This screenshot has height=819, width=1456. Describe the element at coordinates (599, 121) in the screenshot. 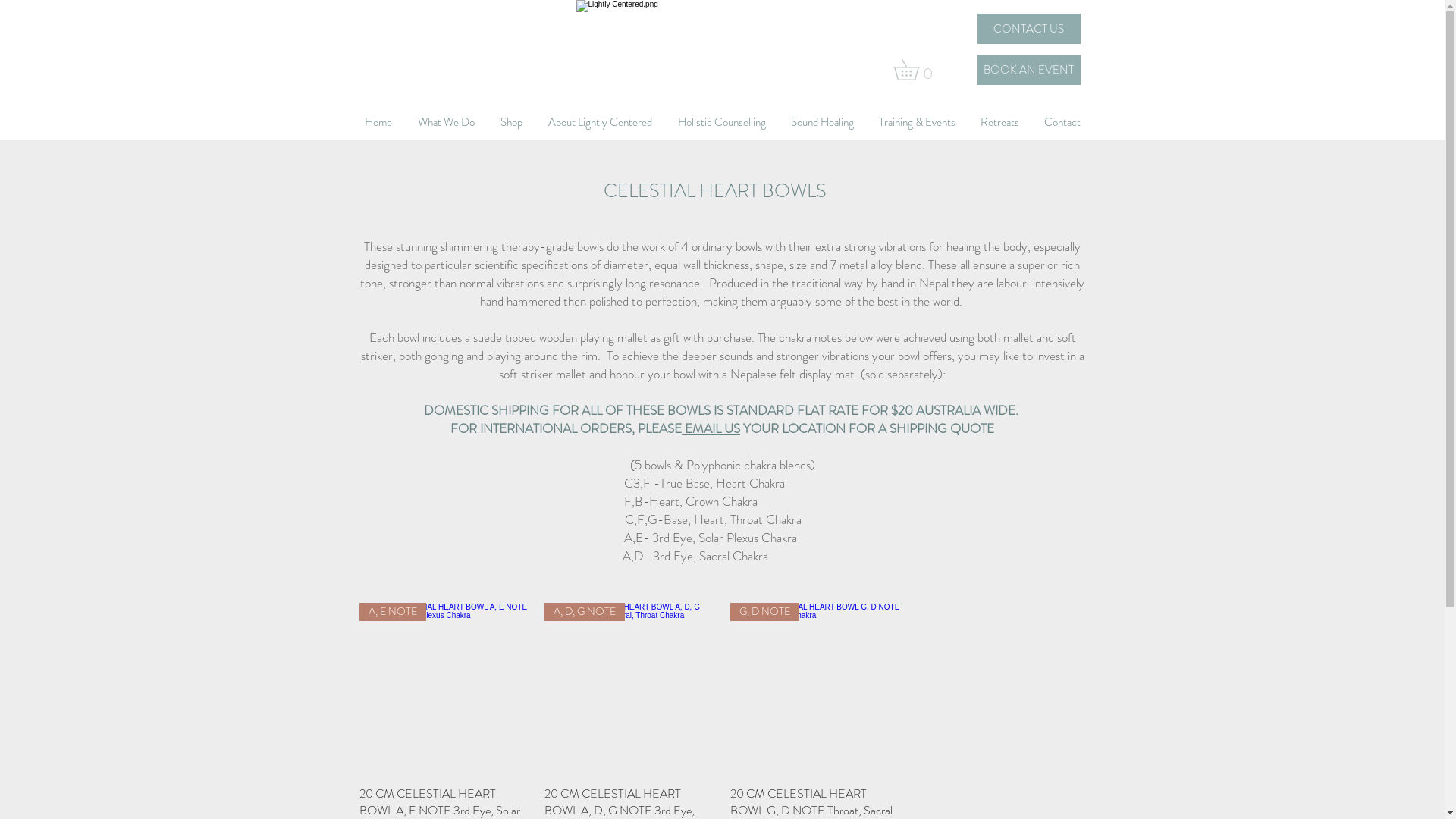

I see `'About Lightly Centered'` at that location.